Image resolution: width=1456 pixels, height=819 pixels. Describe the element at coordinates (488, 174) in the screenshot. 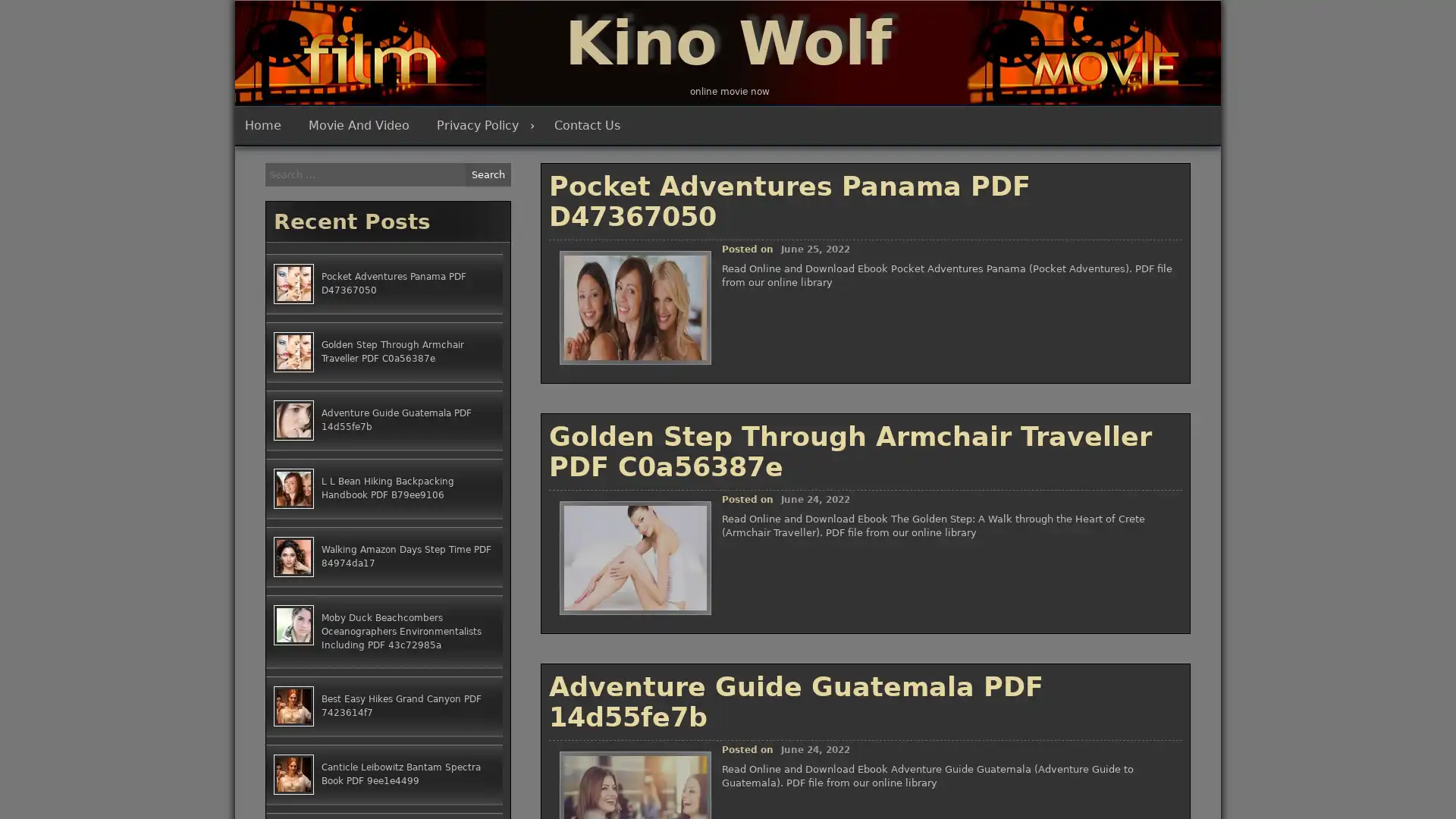

I see `Search` at that location.